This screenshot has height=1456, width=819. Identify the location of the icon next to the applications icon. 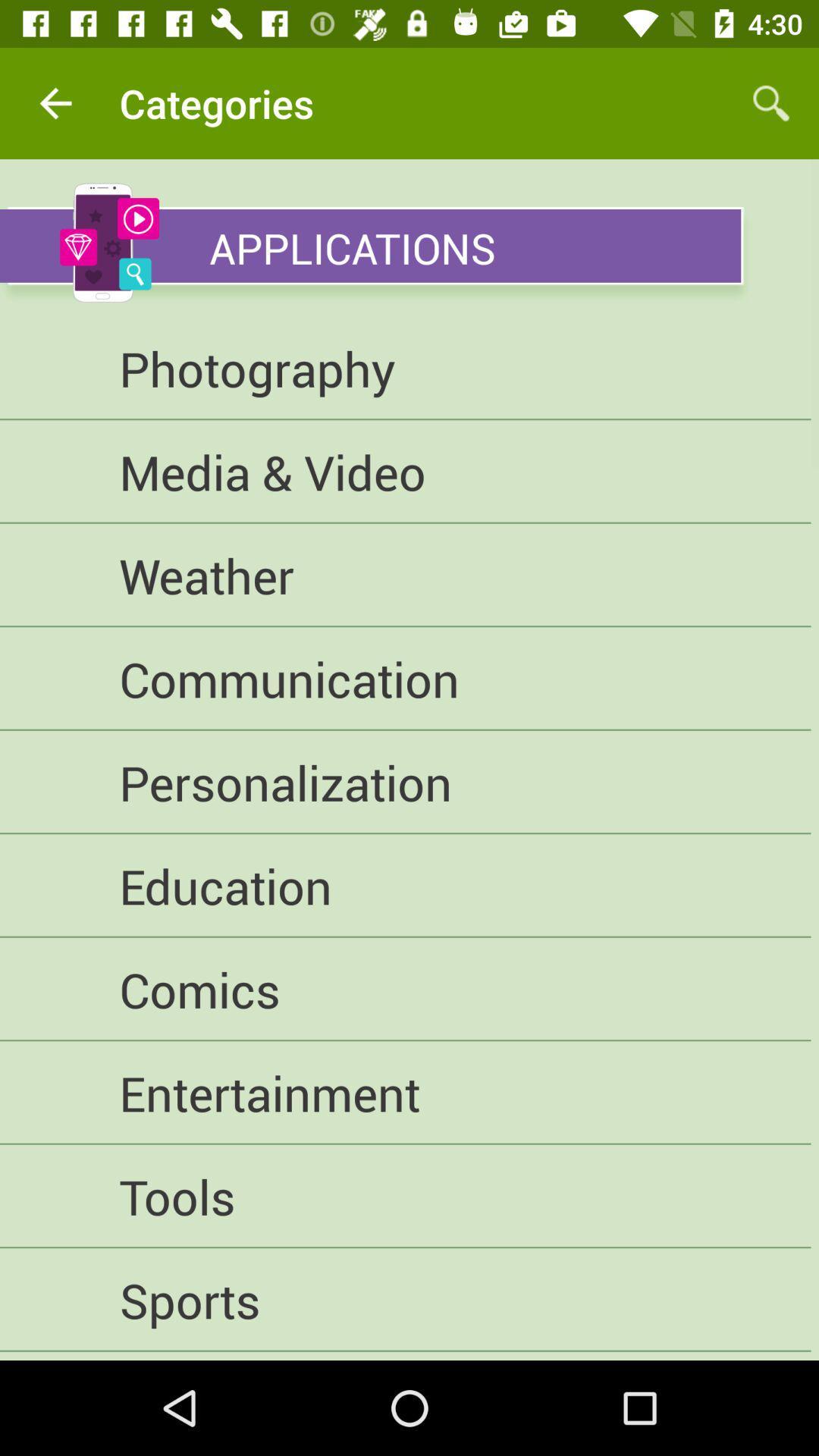
(108, 243).